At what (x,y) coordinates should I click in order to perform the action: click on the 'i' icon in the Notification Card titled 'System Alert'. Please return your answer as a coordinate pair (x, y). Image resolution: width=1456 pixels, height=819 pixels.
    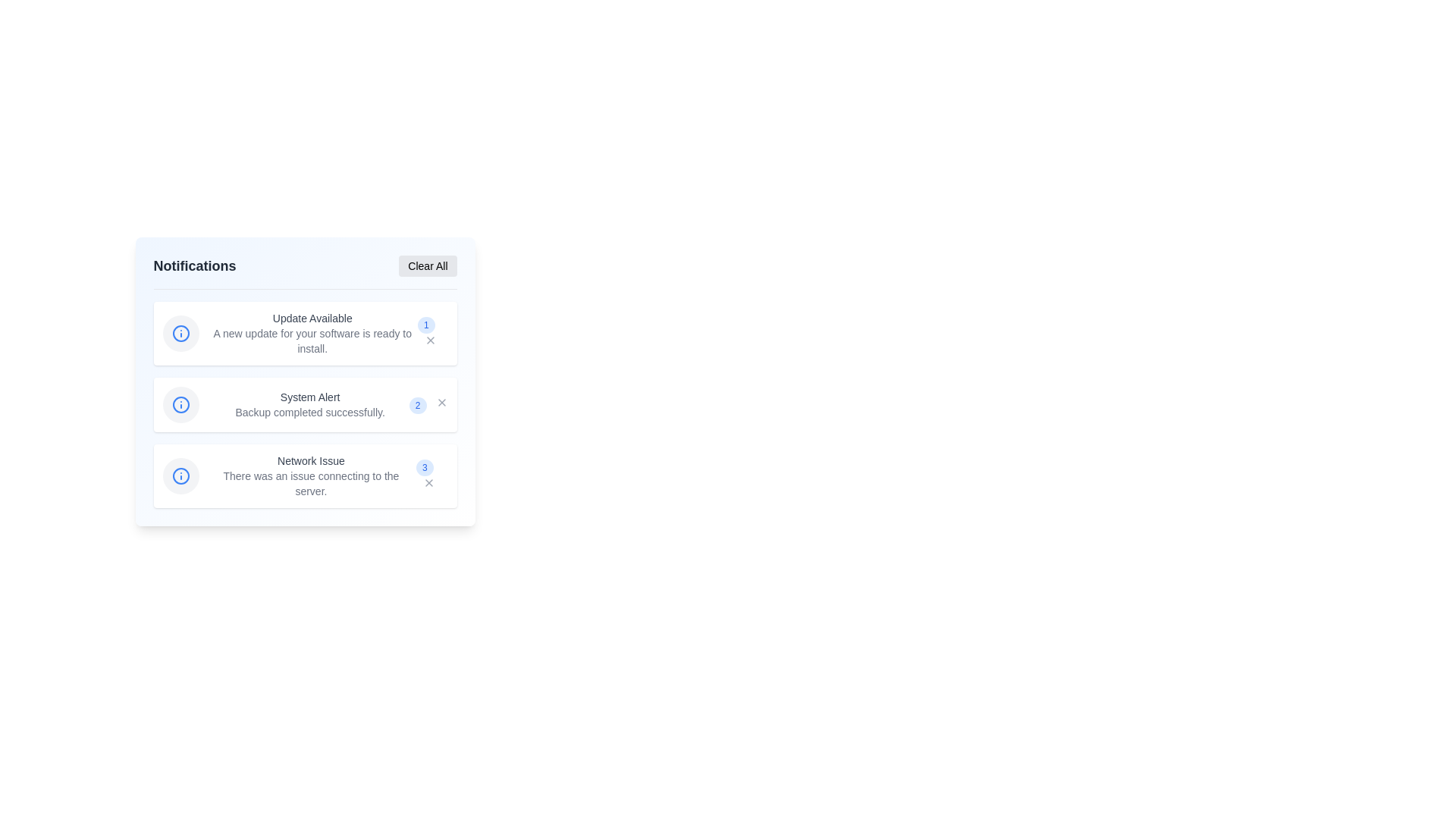
    Looking at the image, I should click on (304, 403).